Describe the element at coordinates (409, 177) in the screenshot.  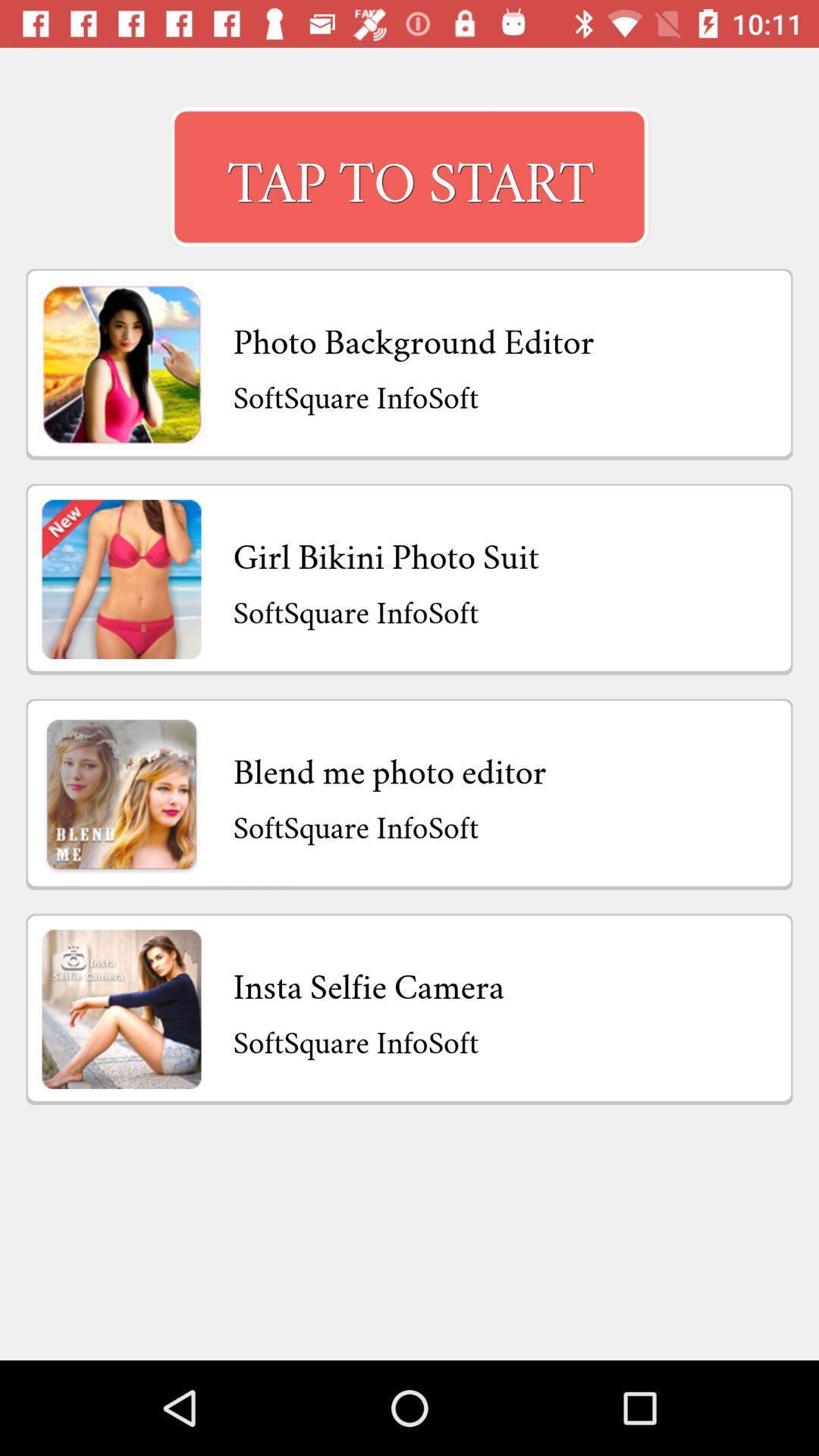
I see `tap to start icon` at that location.